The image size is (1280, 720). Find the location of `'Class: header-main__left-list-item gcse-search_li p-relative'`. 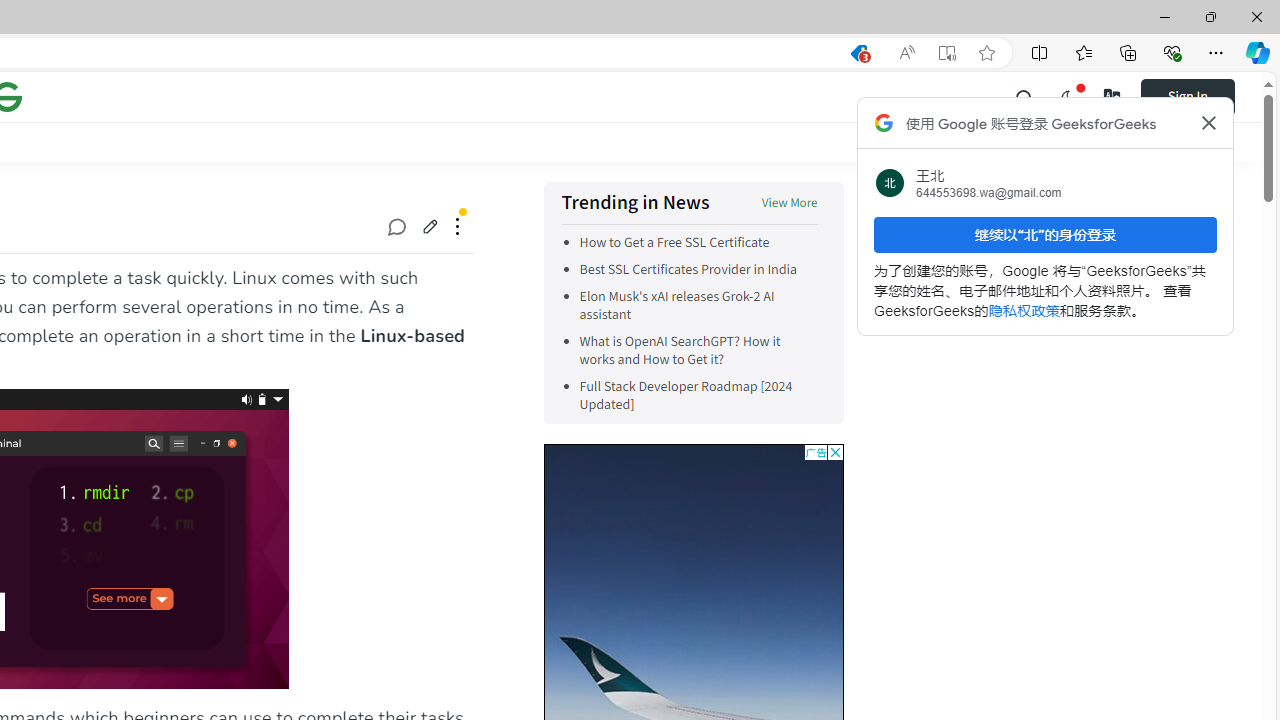

'Class: header-main__left-list-item gcse-search_li p-relative' is located at coordinates (1025, 96).